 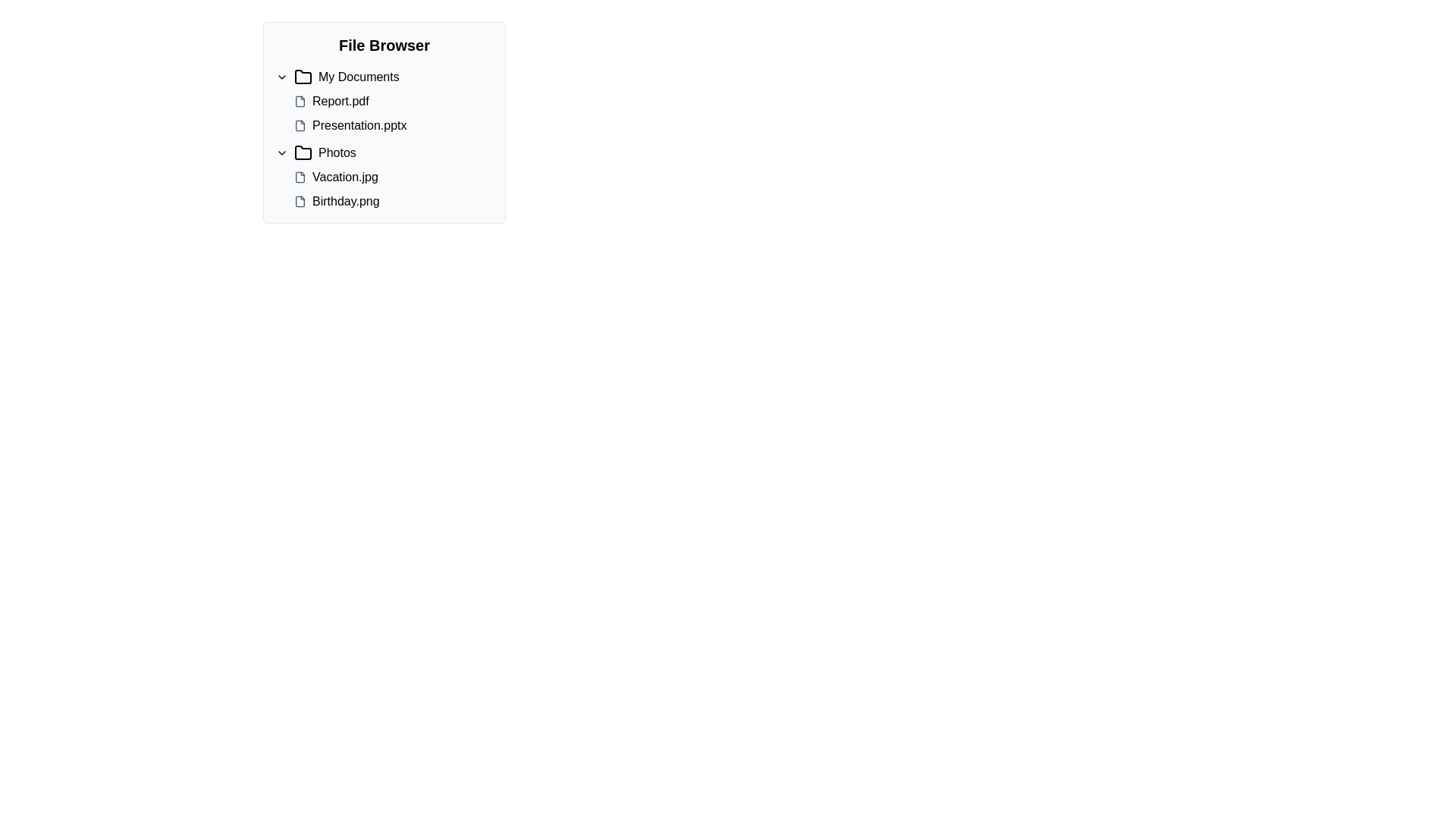 What do you see at coordinates (384, 122) in the screenshot?
I see `files within the collapsible file browser component` at bounding box center [384, 122].